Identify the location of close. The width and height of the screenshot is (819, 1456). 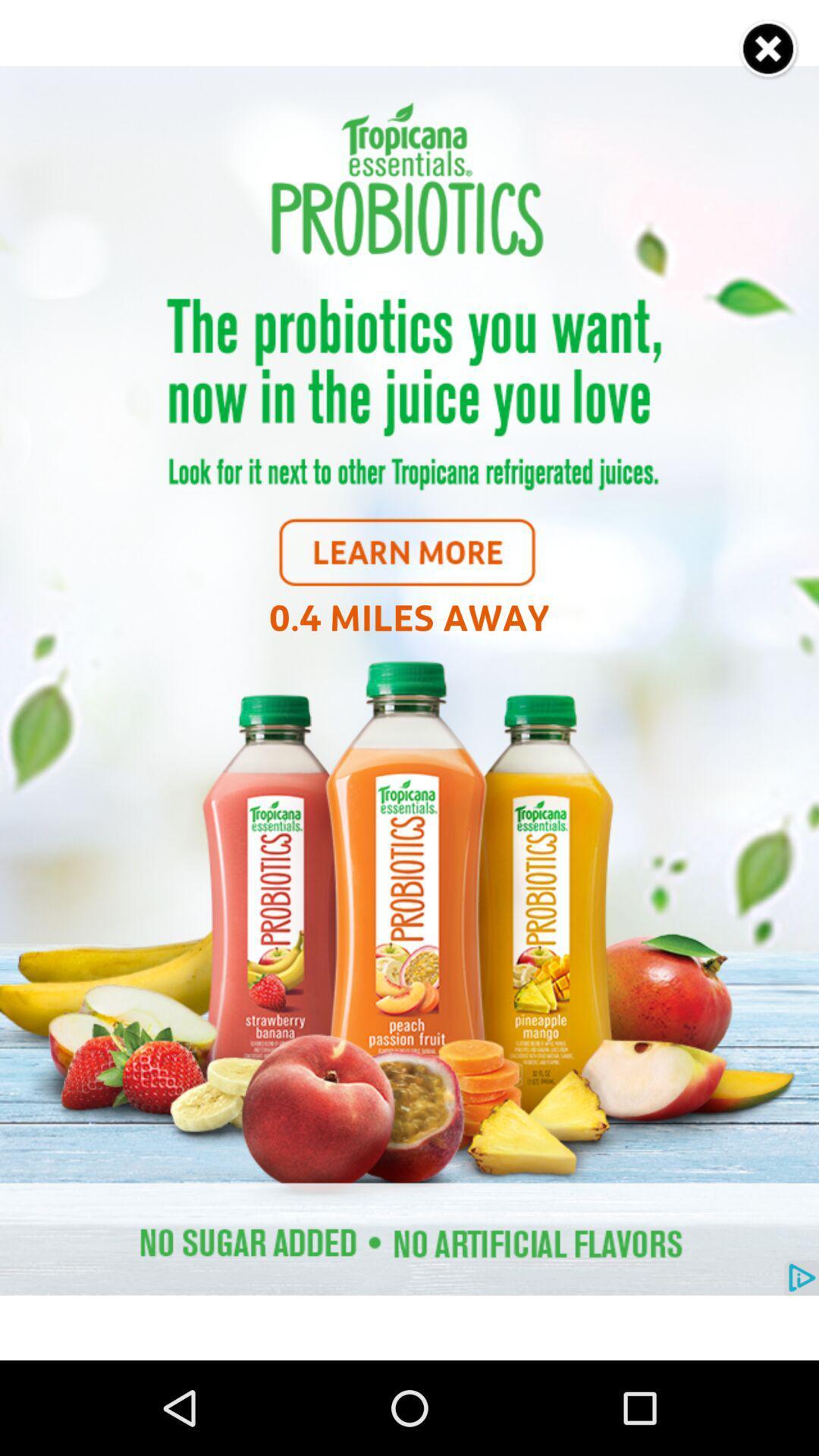
(769, 49).